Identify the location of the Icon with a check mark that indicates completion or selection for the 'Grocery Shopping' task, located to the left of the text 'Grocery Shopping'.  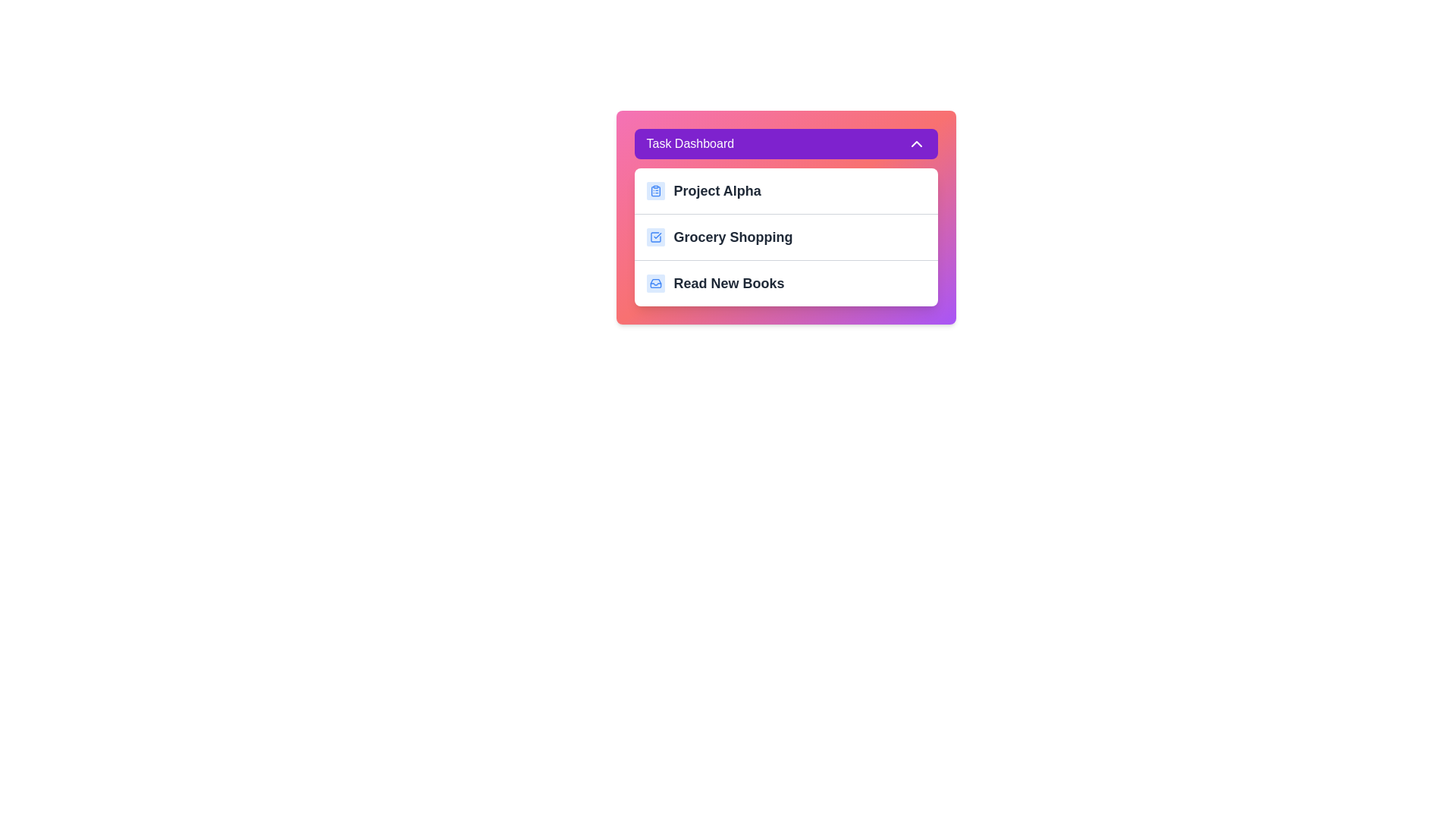
(655, 237).